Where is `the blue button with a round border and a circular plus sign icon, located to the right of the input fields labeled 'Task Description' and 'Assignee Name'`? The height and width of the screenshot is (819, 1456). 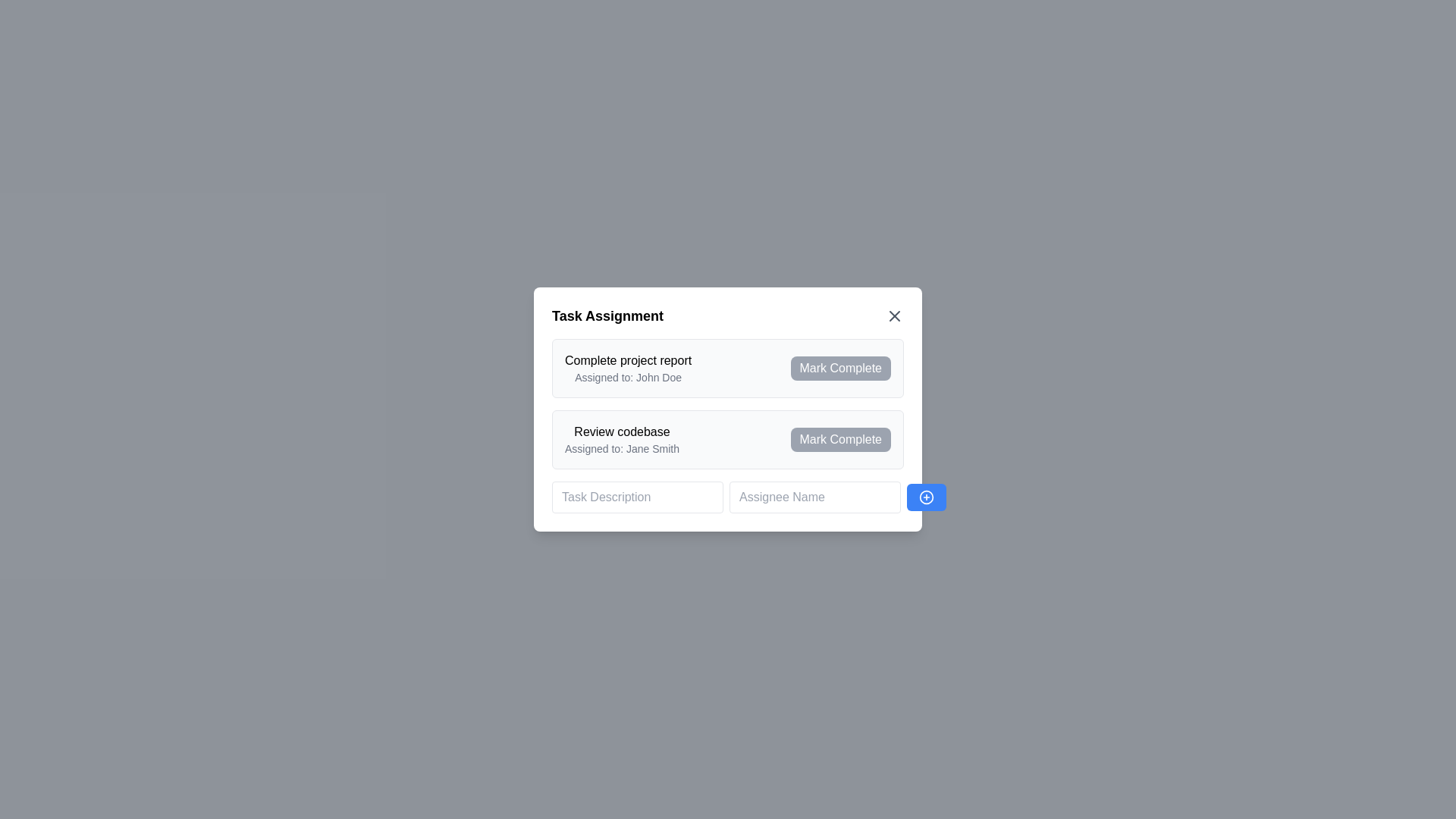 the blue button with a round border and a circular plus sign icon, located to the right of the input fields labeled 'Task Description' and 'Assignee Name' is located at coordinates (926, 497).